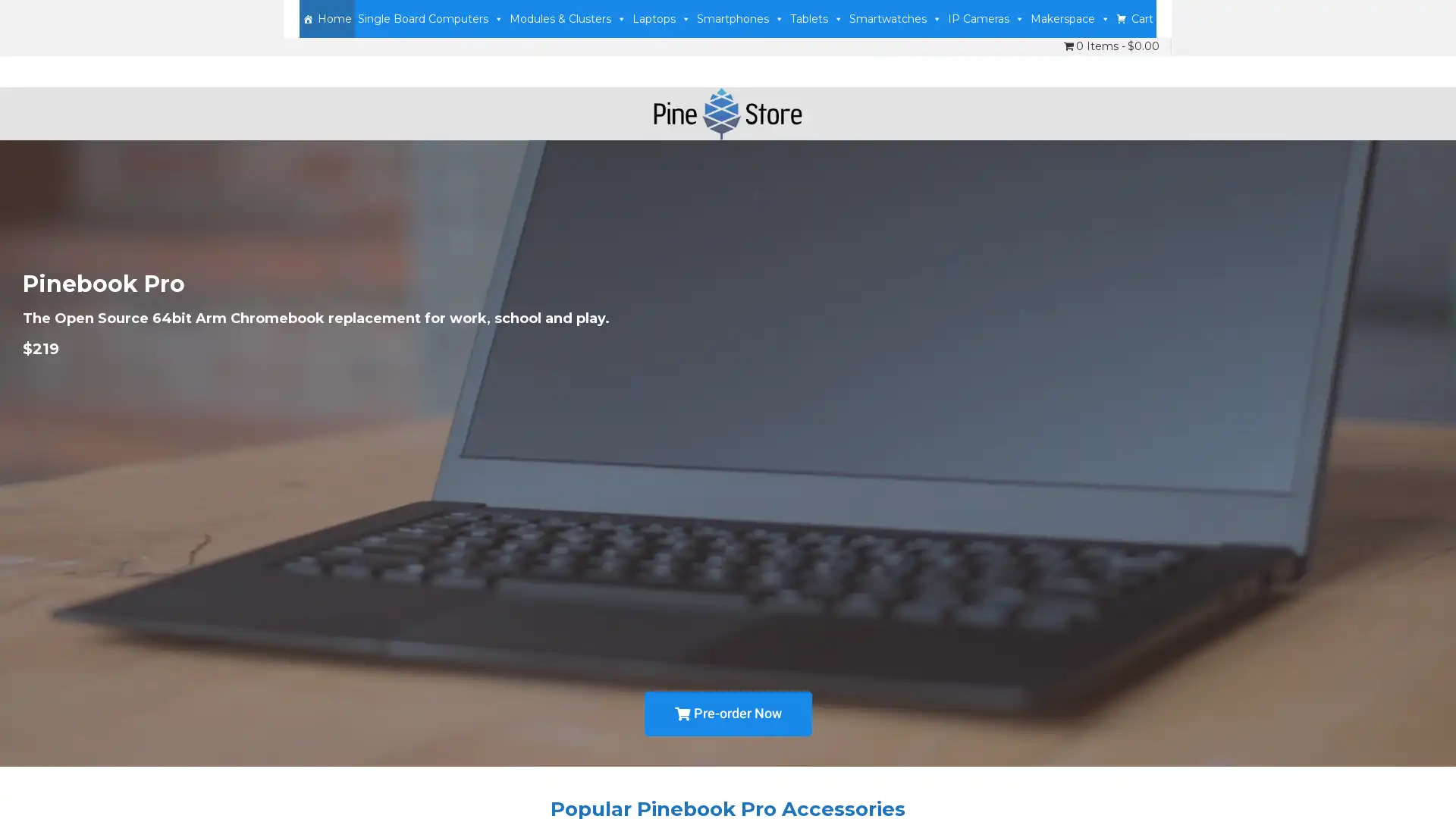  Describe the element at coordinates (726, 714) in the screenshot. I see `Pre-order Now` at that location.